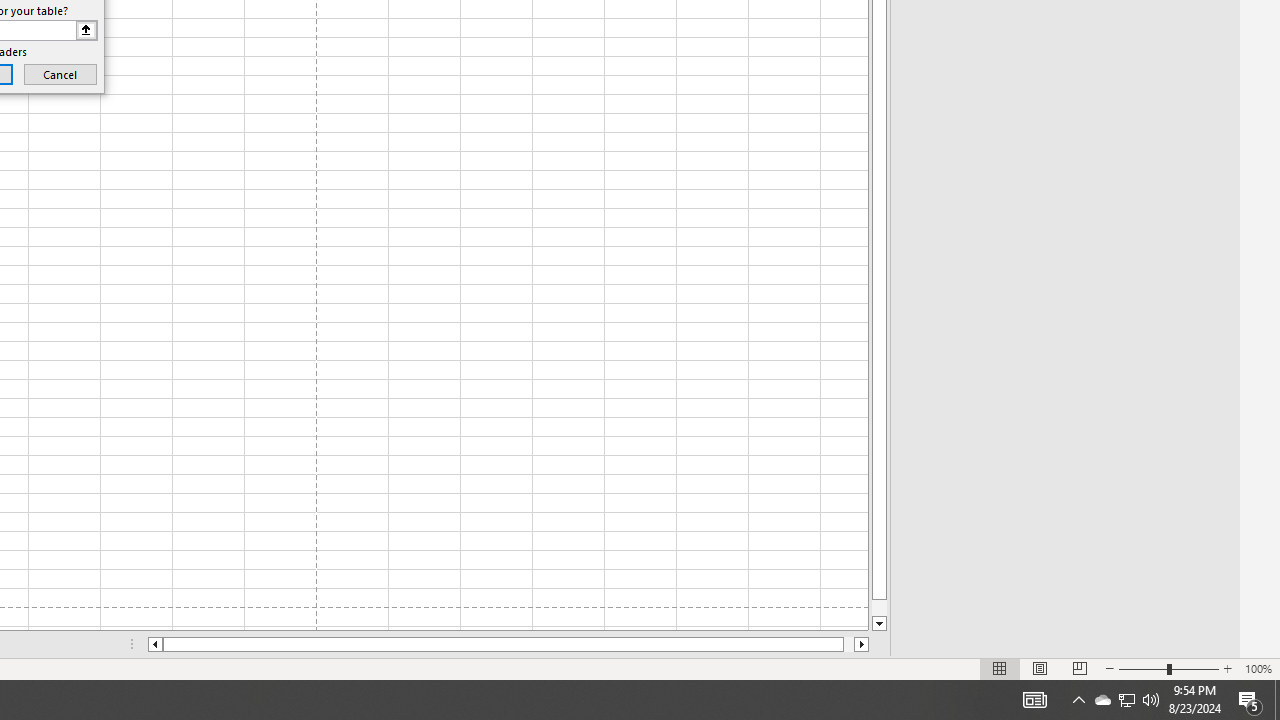  What do you see at coordinates (153, 644) in the screenshot?
I see `'Column left'` at bounding box center [153, 644].